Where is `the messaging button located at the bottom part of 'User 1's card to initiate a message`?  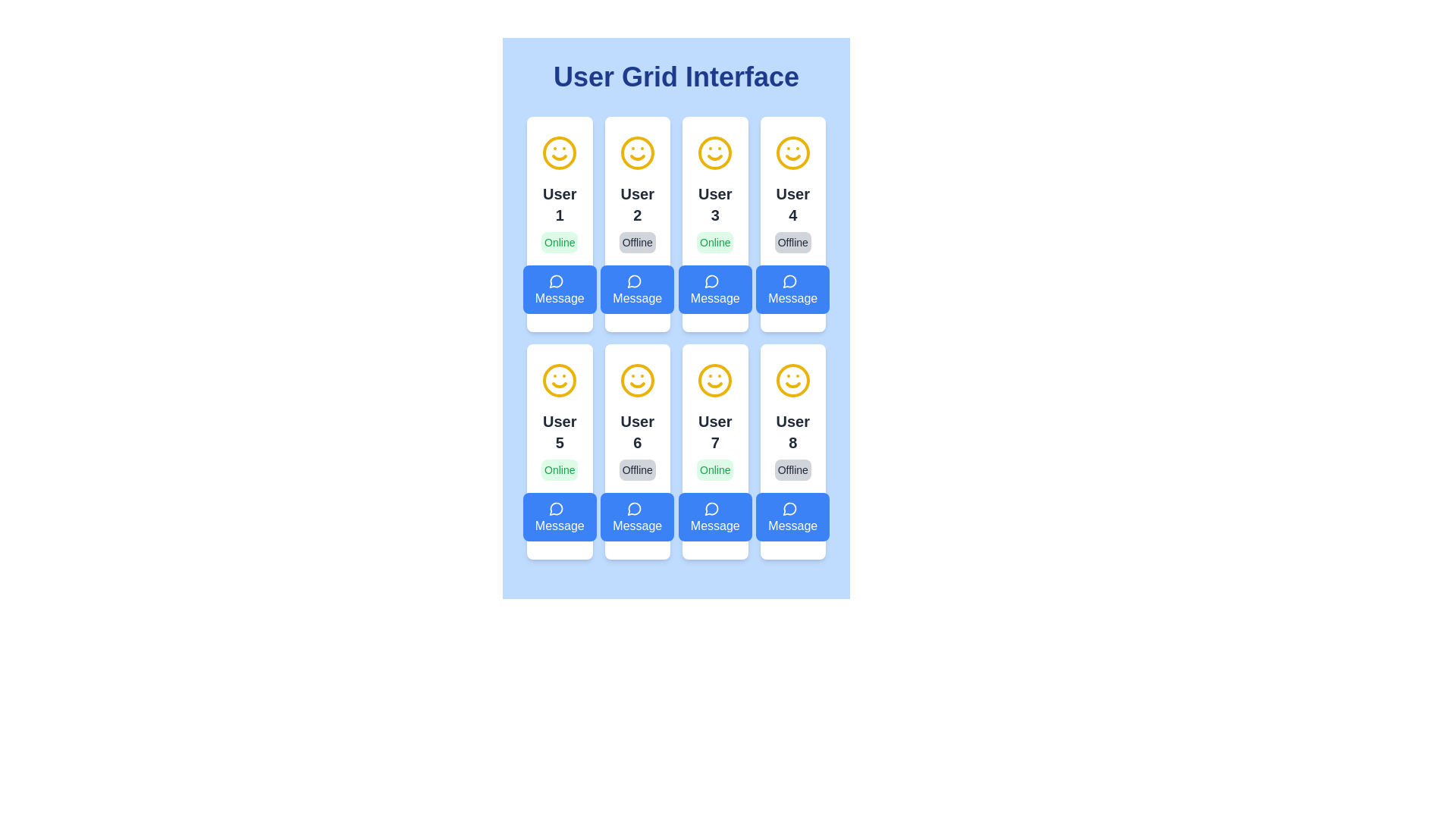 the messaging button located at the bottom part of 'User 1's card to initiate a message is located at coordinates (559, 289).